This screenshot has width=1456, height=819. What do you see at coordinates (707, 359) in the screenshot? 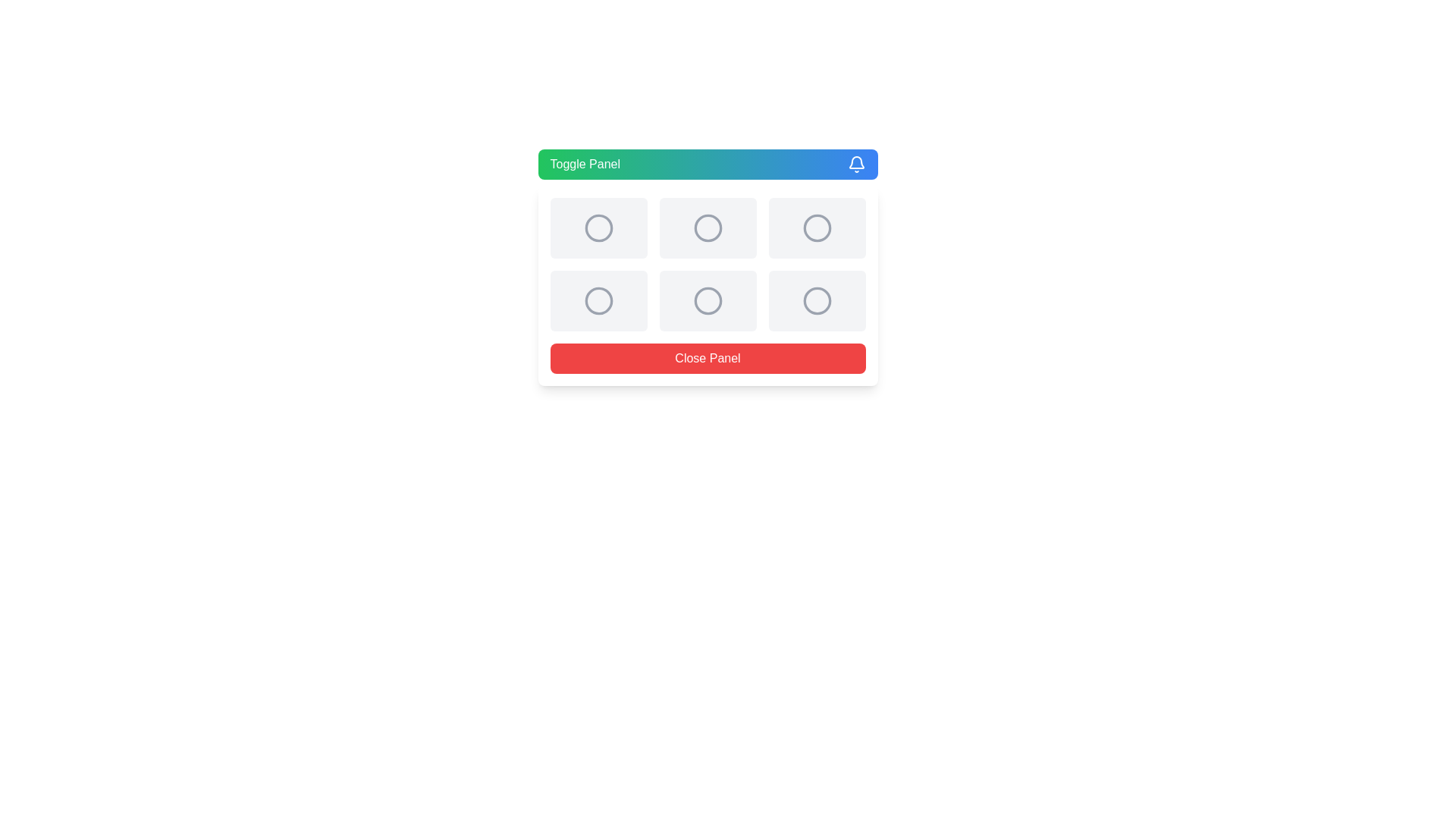
I see `the 'Close Panel' button, which is a rectangular button with a red background and white text, located at the bottom of a white panel` at bounding box center [707, 359].